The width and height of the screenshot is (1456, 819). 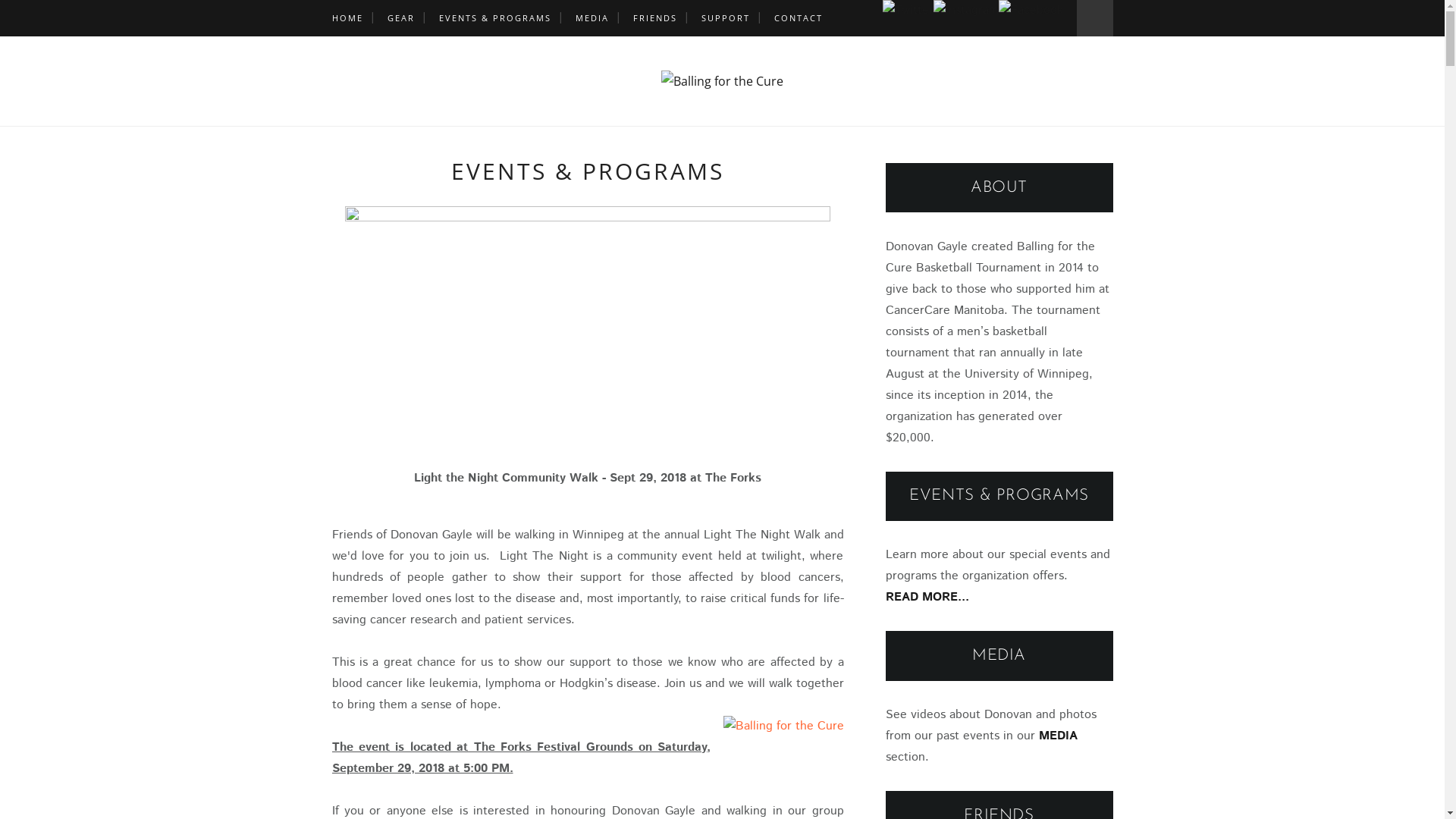 I want to click on 'CONTACT', so click(x=796, y=17).